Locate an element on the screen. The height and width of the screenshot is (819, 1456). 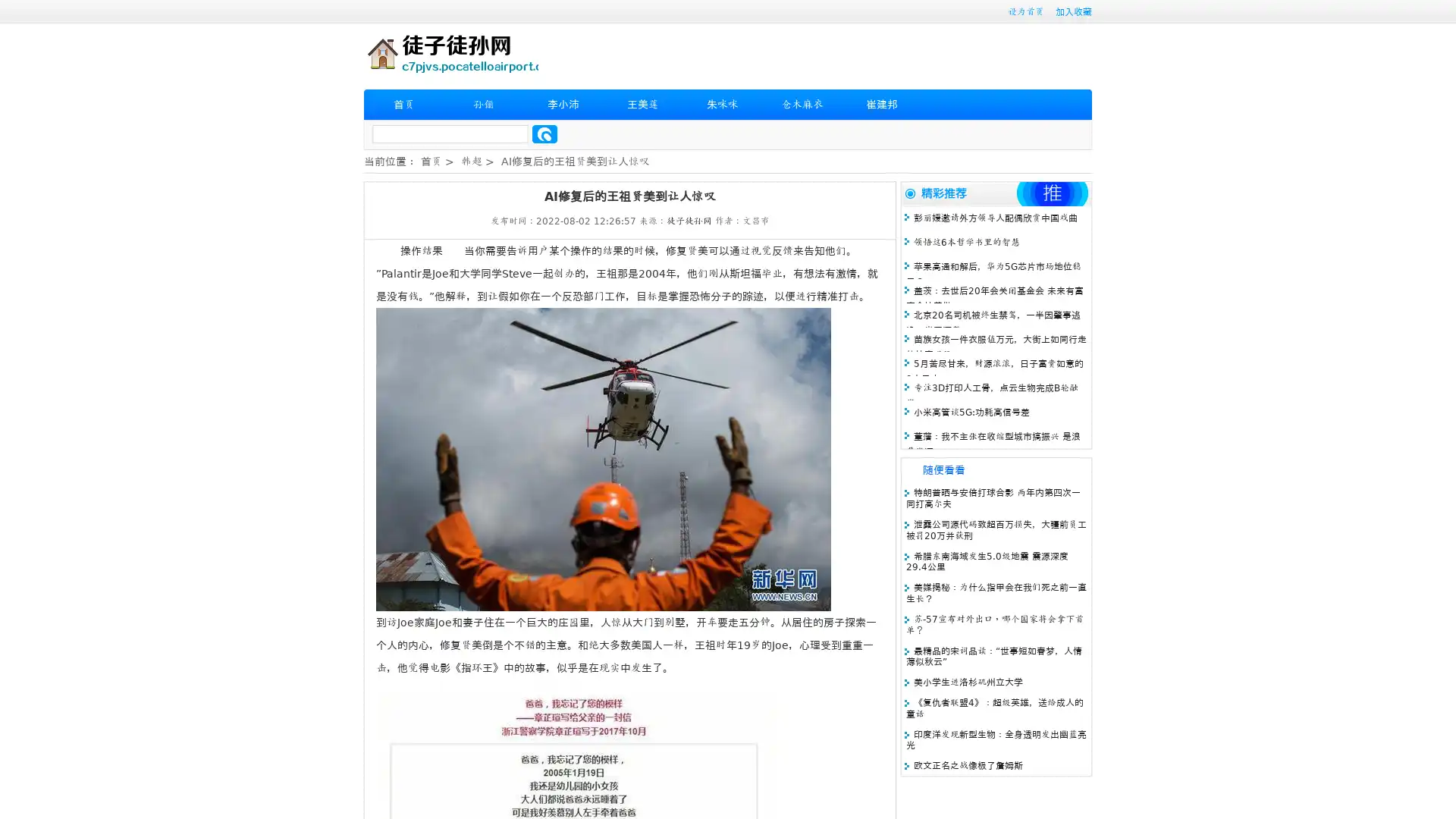
Search is located at coordinates (544, 133).